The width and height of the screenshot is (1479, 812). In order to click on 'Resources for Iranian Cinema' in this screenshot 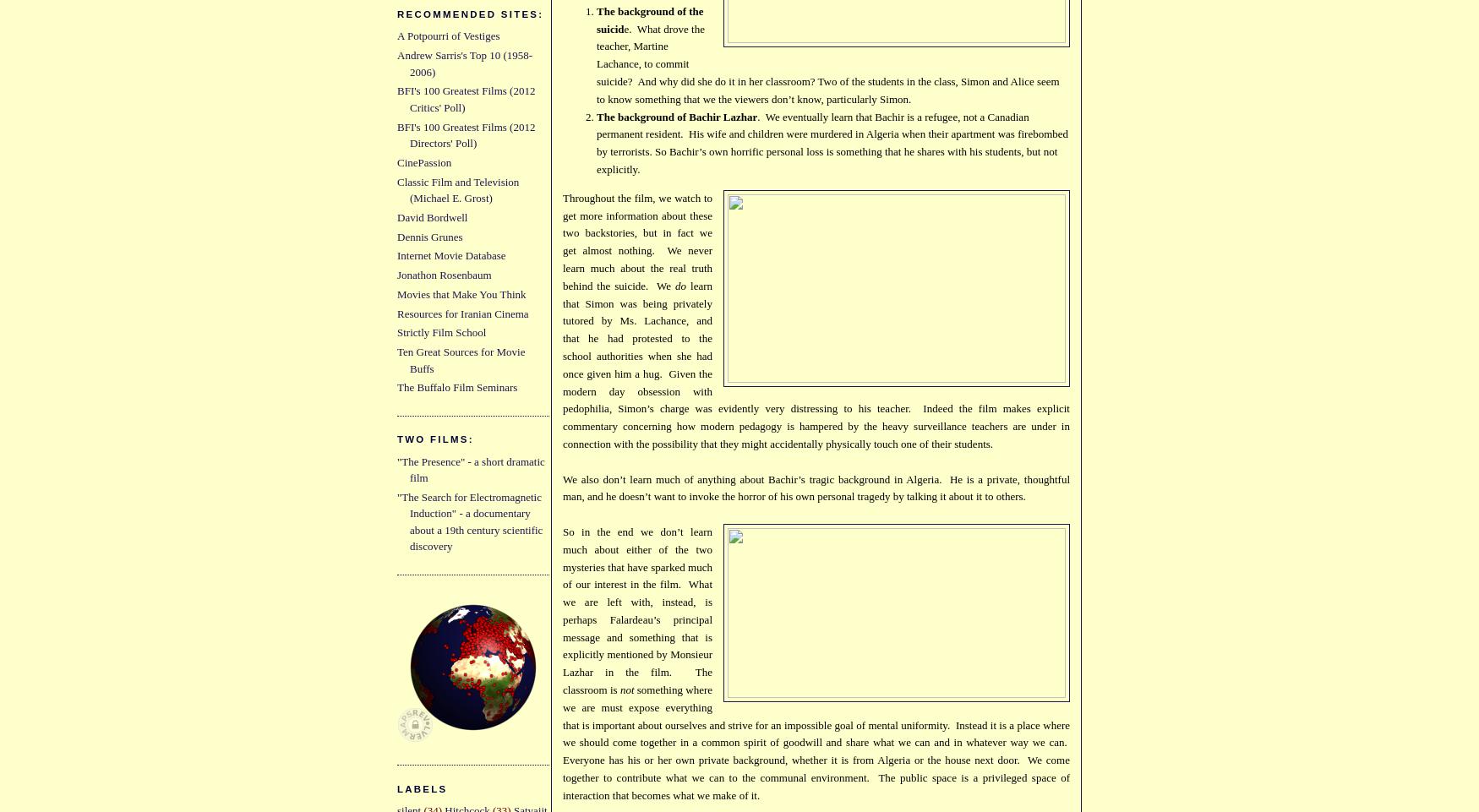, I will do `click(461, 312)`.